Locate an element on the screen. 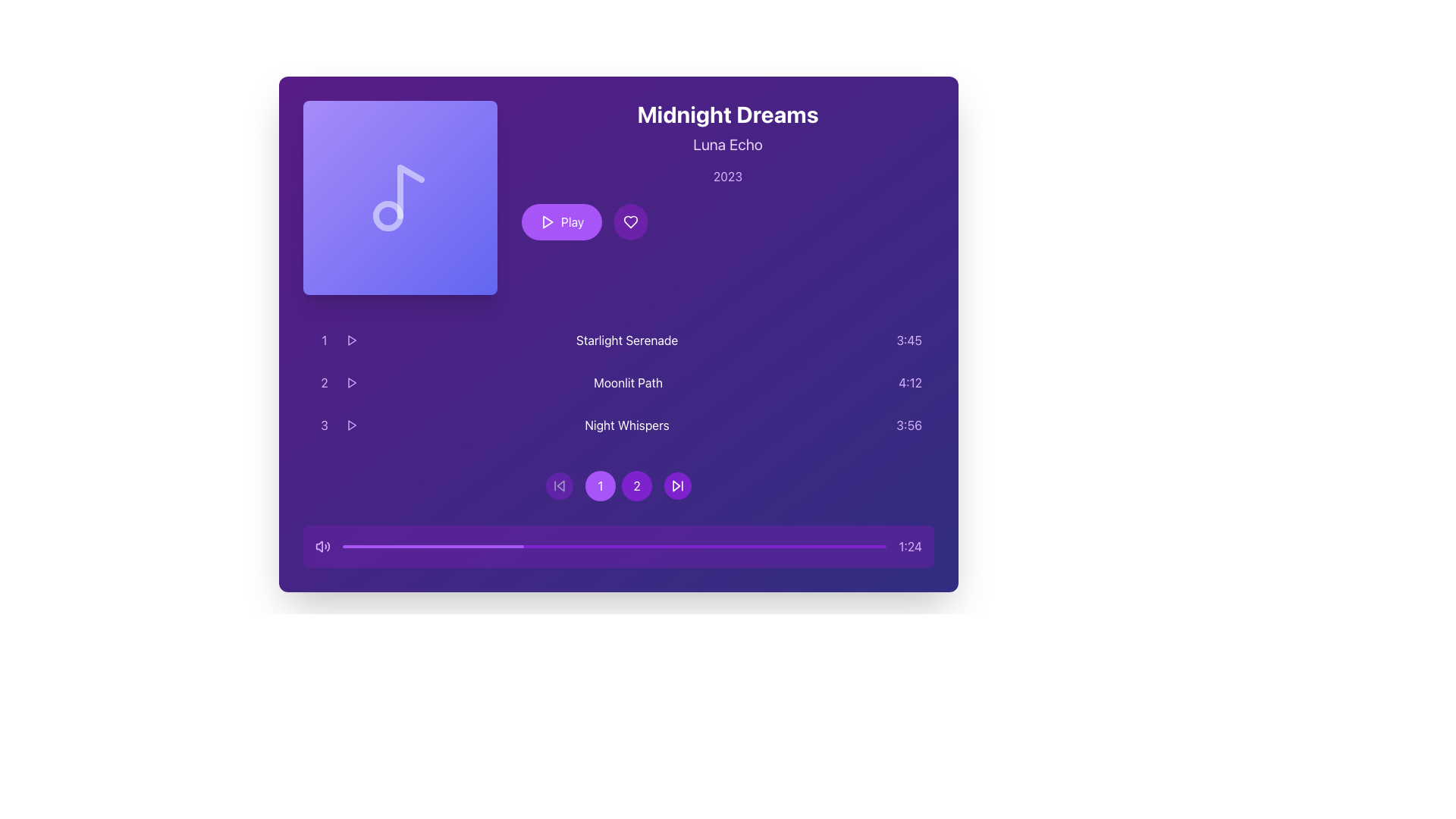 This screenshot has height=819, width=1456. the text label displaying 'Starlight Serenade', which is the title of the first song in the list, located horizontally centered between the play icon and the song duration is located at coordinates (627, 339).